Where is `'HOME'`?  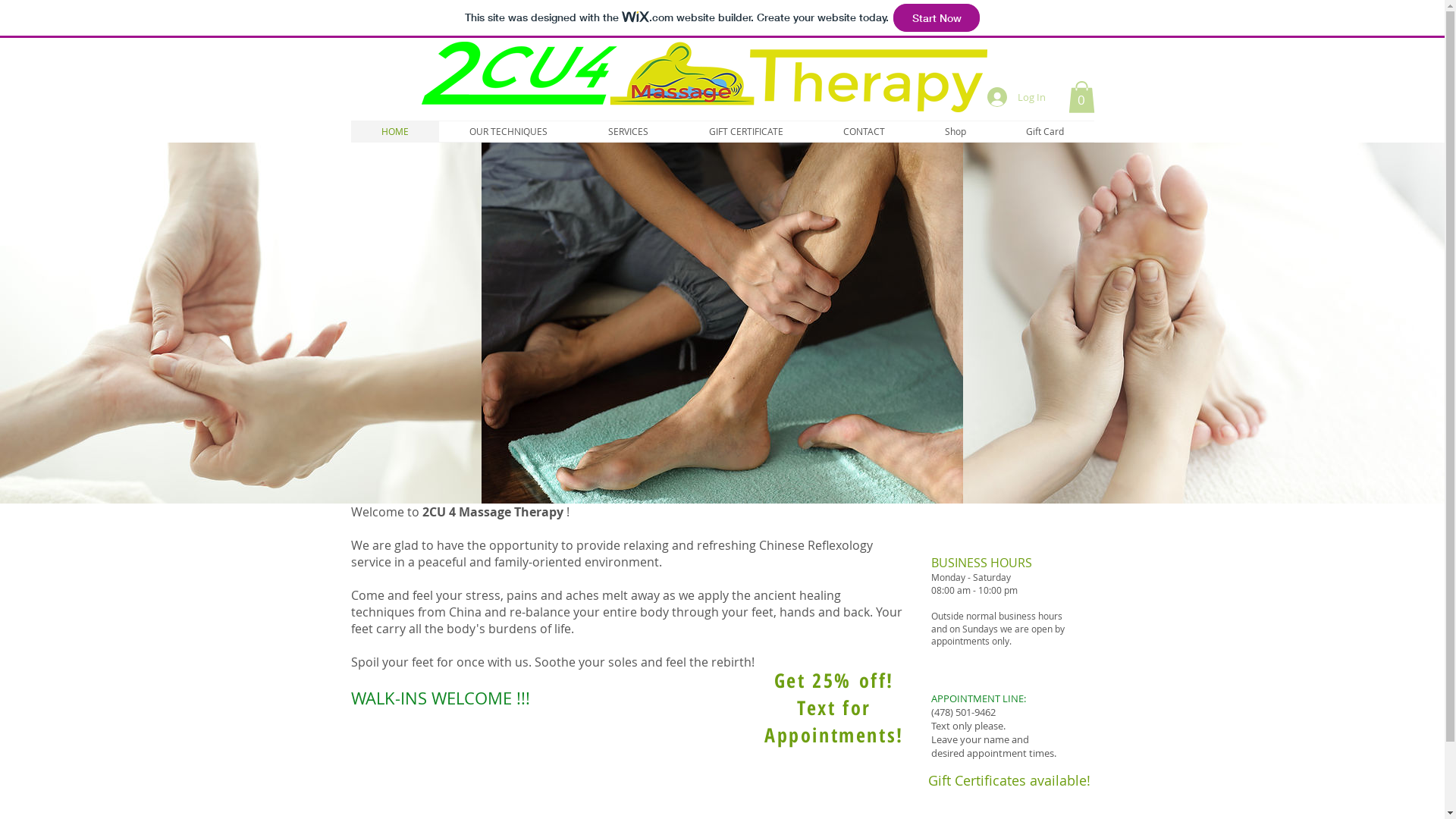 'HOME' is located at coordinates (394, 130).